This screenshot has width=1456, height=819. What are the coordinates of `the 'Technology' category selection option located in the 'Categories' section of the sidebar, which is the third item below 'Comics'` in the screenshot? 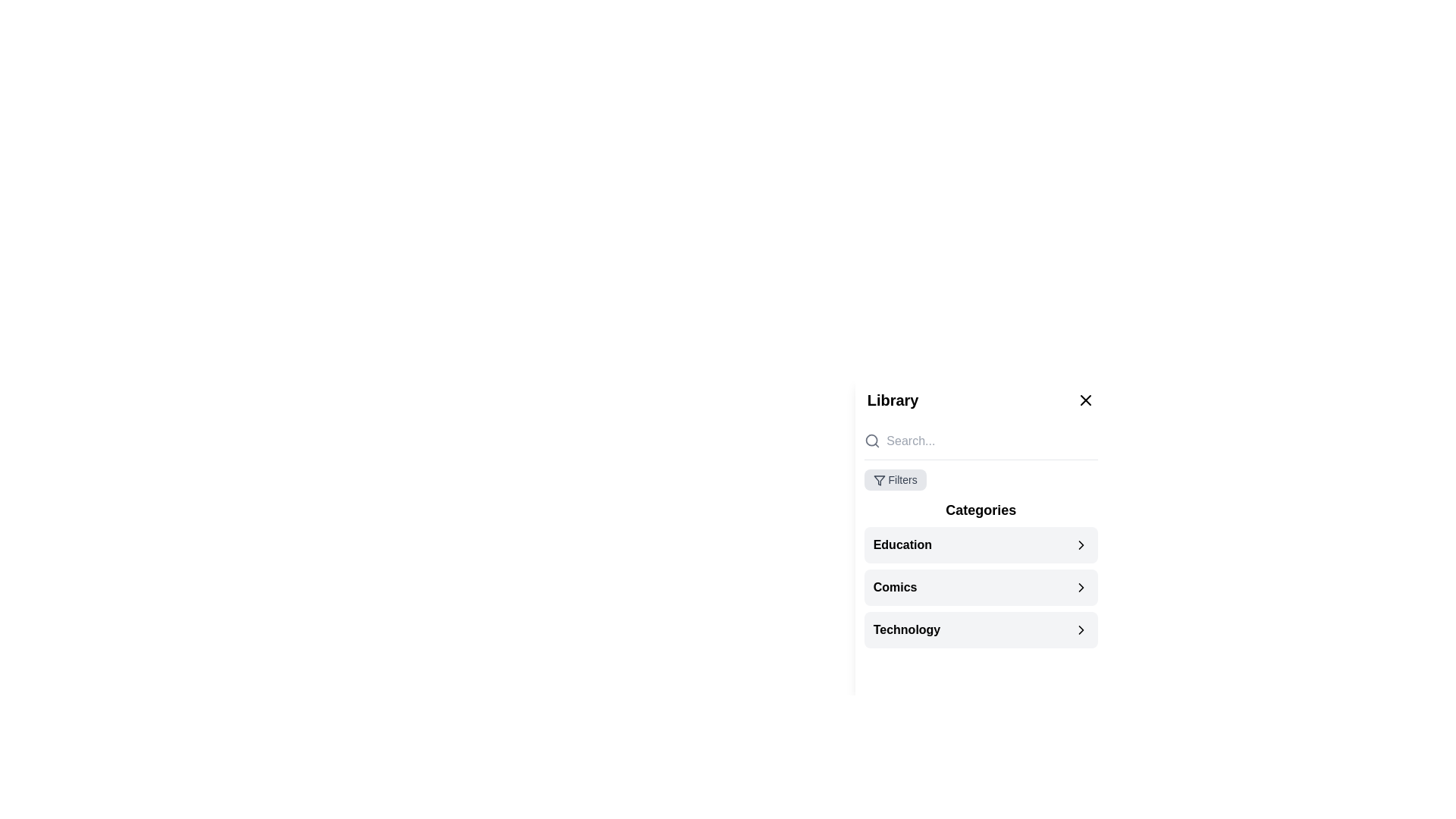 It's located at (981, 629).